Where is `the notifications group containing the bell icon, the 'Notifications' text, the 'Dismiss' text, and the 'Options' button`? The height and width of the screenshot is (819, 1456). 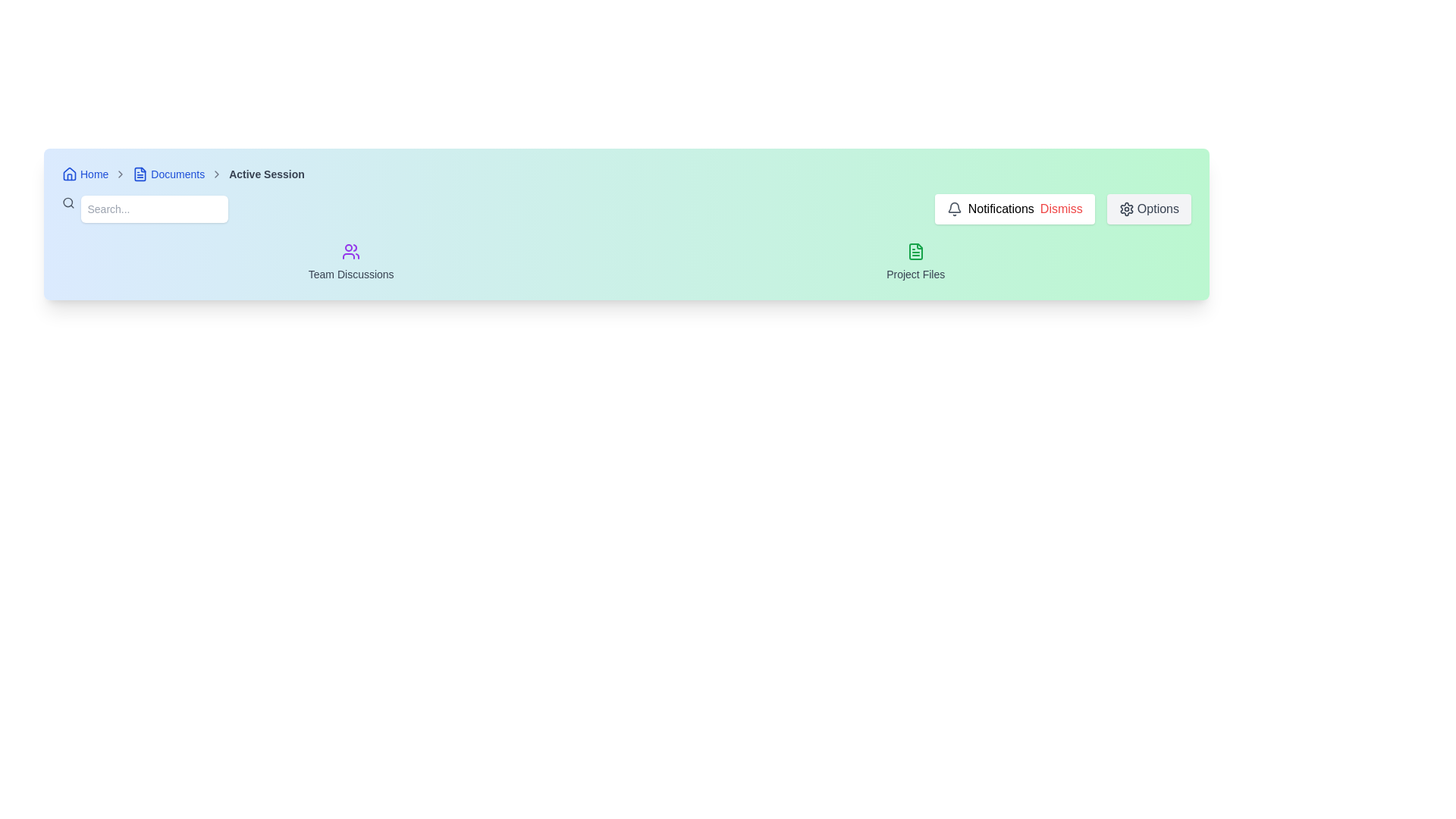
the notifications group containing the bell icon, the 'Notifications' text, the 'Dismiss' text, and the 'Options' button is located at coordinates (1062, 209).